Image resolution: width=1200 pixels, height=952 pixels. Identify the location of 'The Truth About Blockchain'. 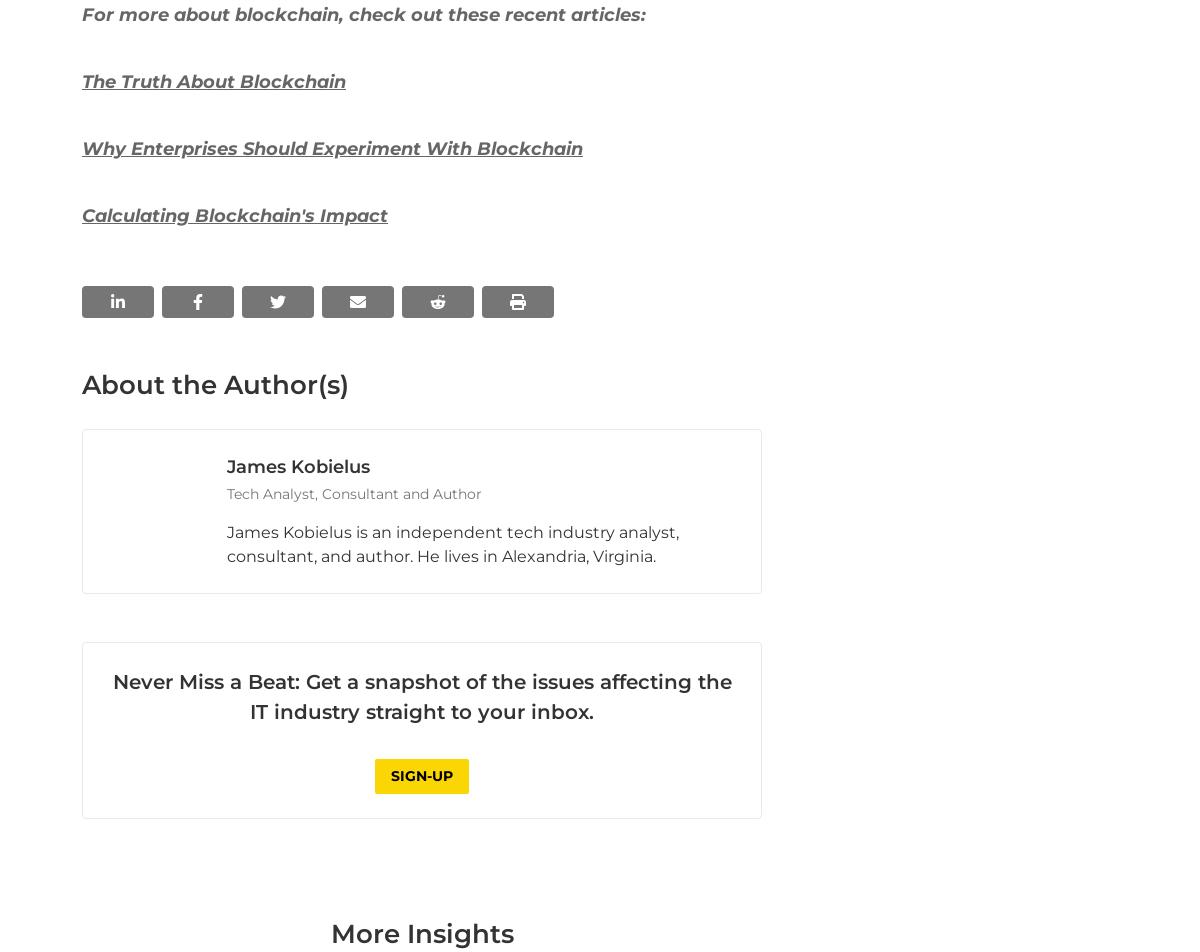
(212, 446).